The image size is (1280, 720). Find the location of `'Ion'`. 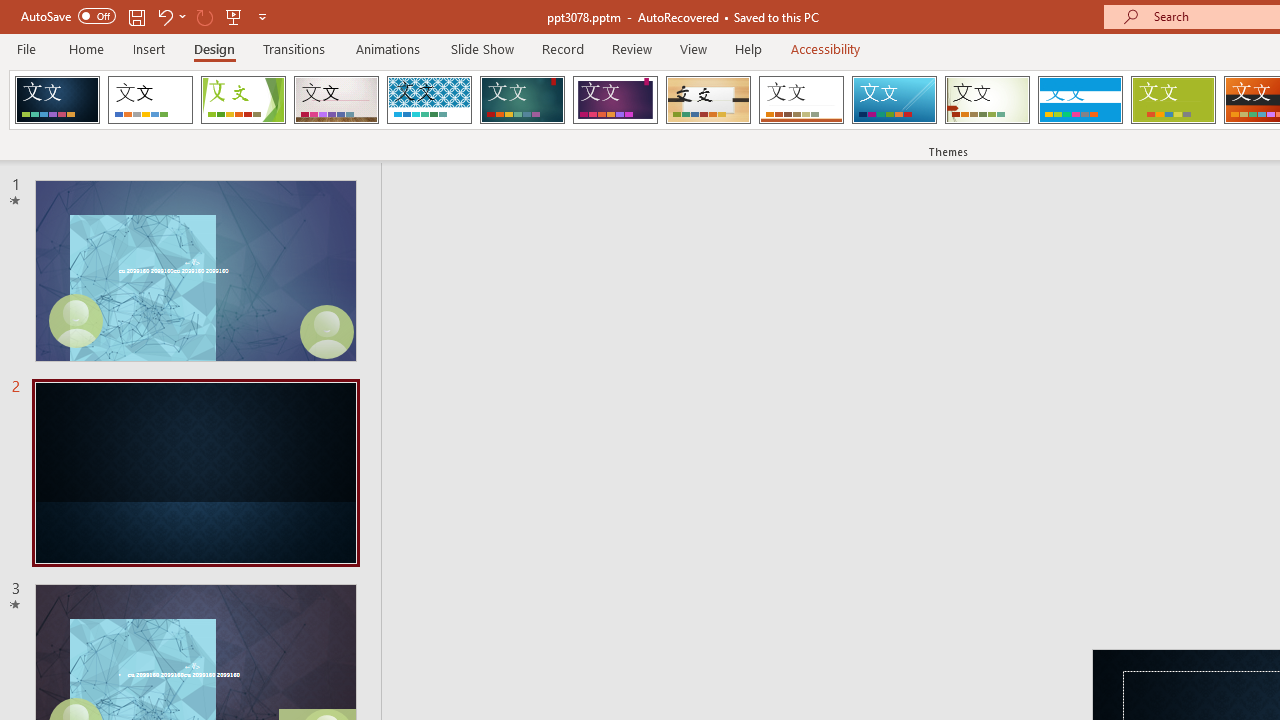

'Ion' is located at coordinates (522, 100).